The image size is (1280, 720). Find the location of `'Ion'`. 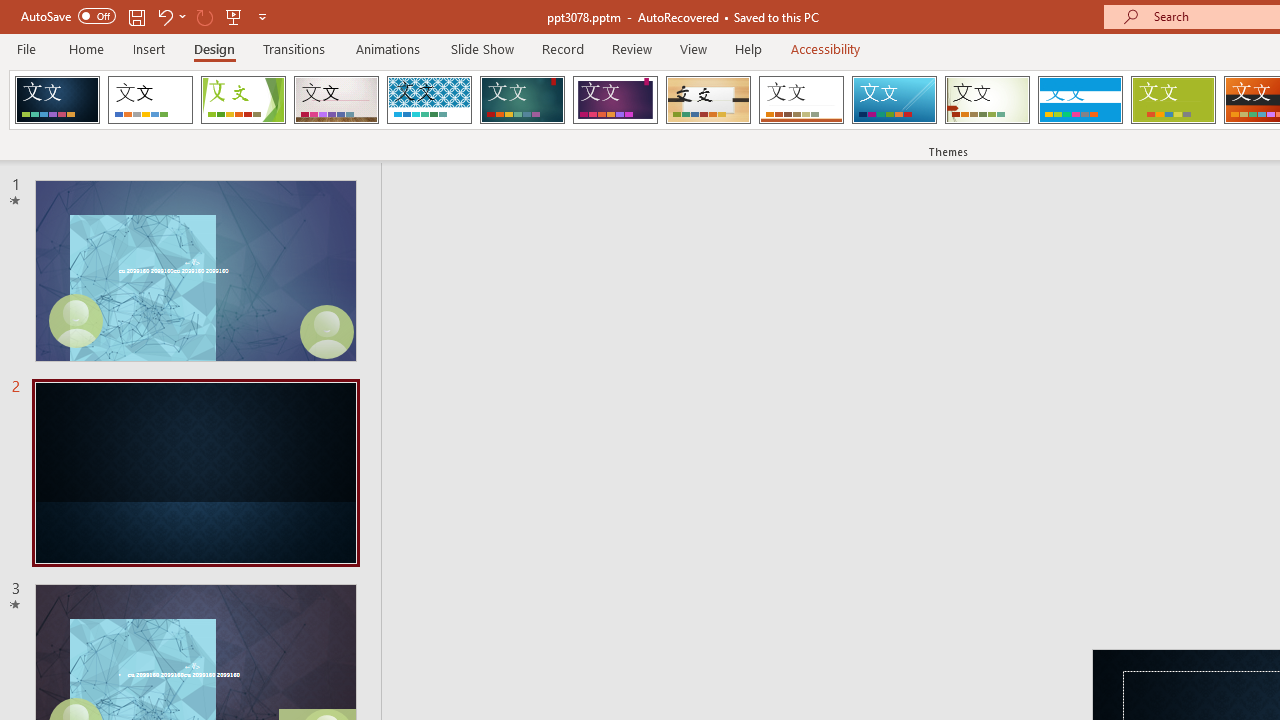

'Ion' is located at coordinates (522, 100).